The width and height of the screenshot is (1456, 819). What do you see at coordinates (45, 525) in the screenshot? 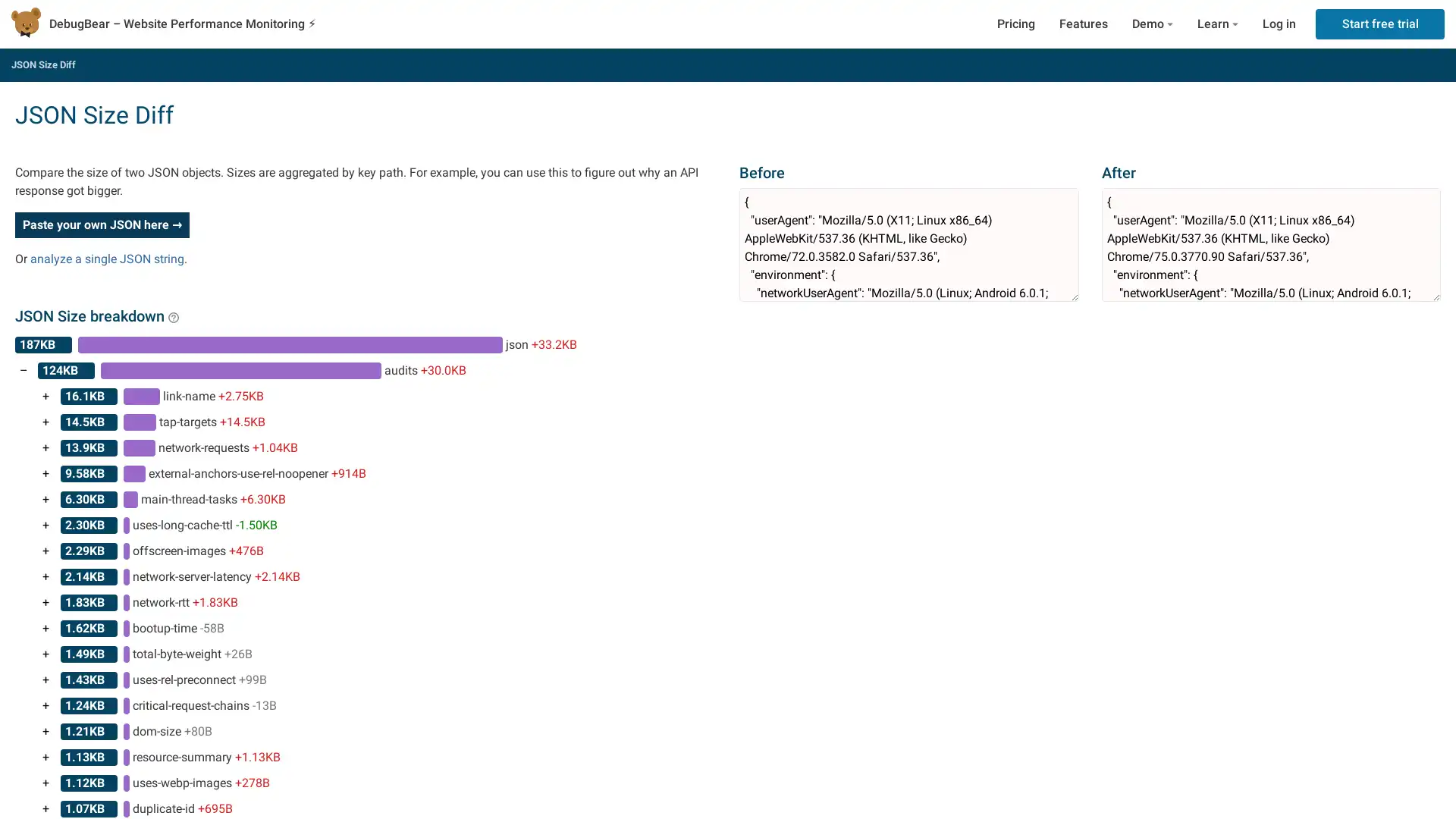
I see `+` at bounding box center [45, 525].